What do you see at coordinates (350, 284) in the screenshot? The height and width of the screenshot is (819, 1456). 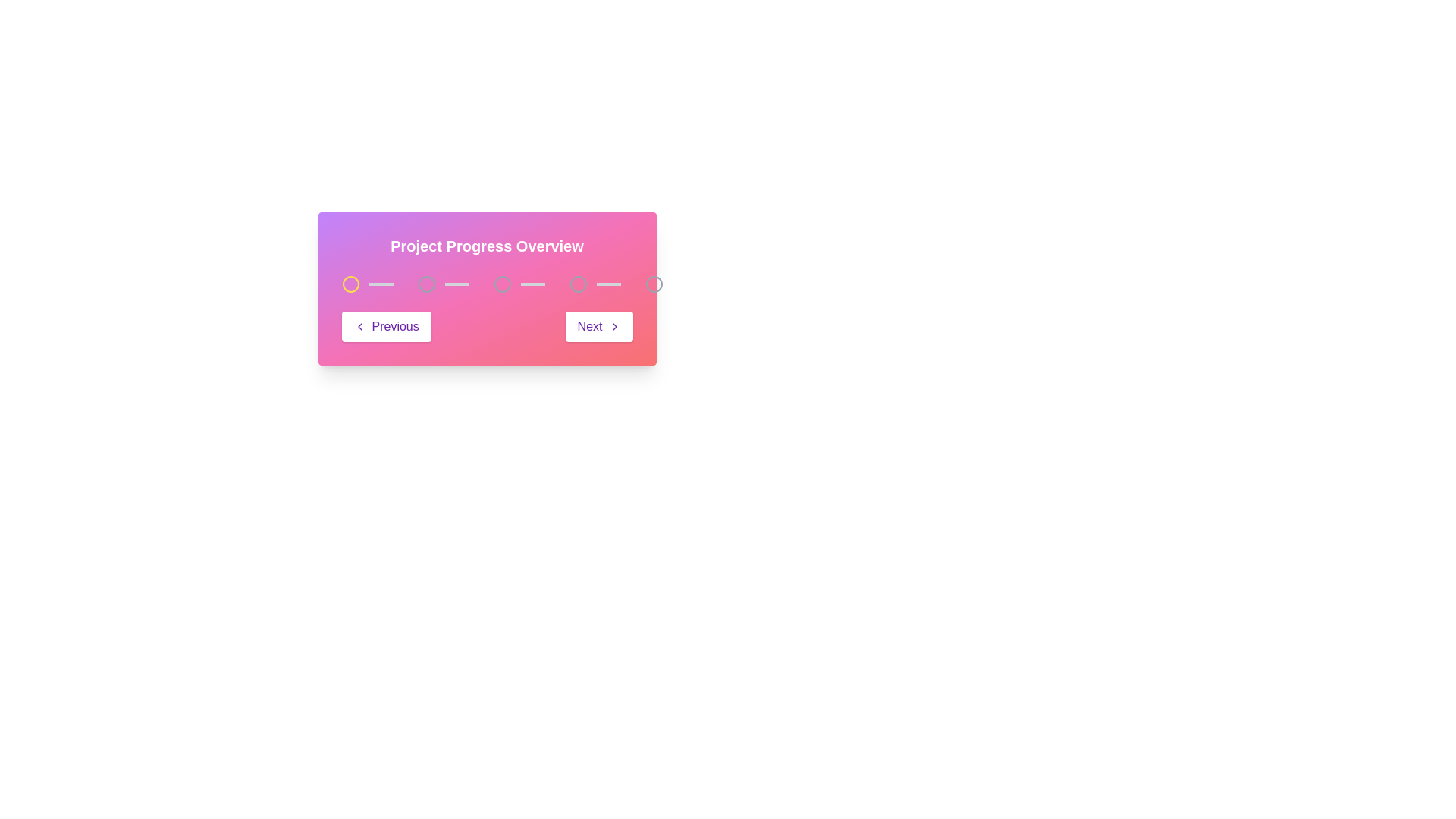 I see `the first yellow circular progress indicator in the 'Project Progress Overview' section to advance stages and observe changes` at bounding box center [350, 284].